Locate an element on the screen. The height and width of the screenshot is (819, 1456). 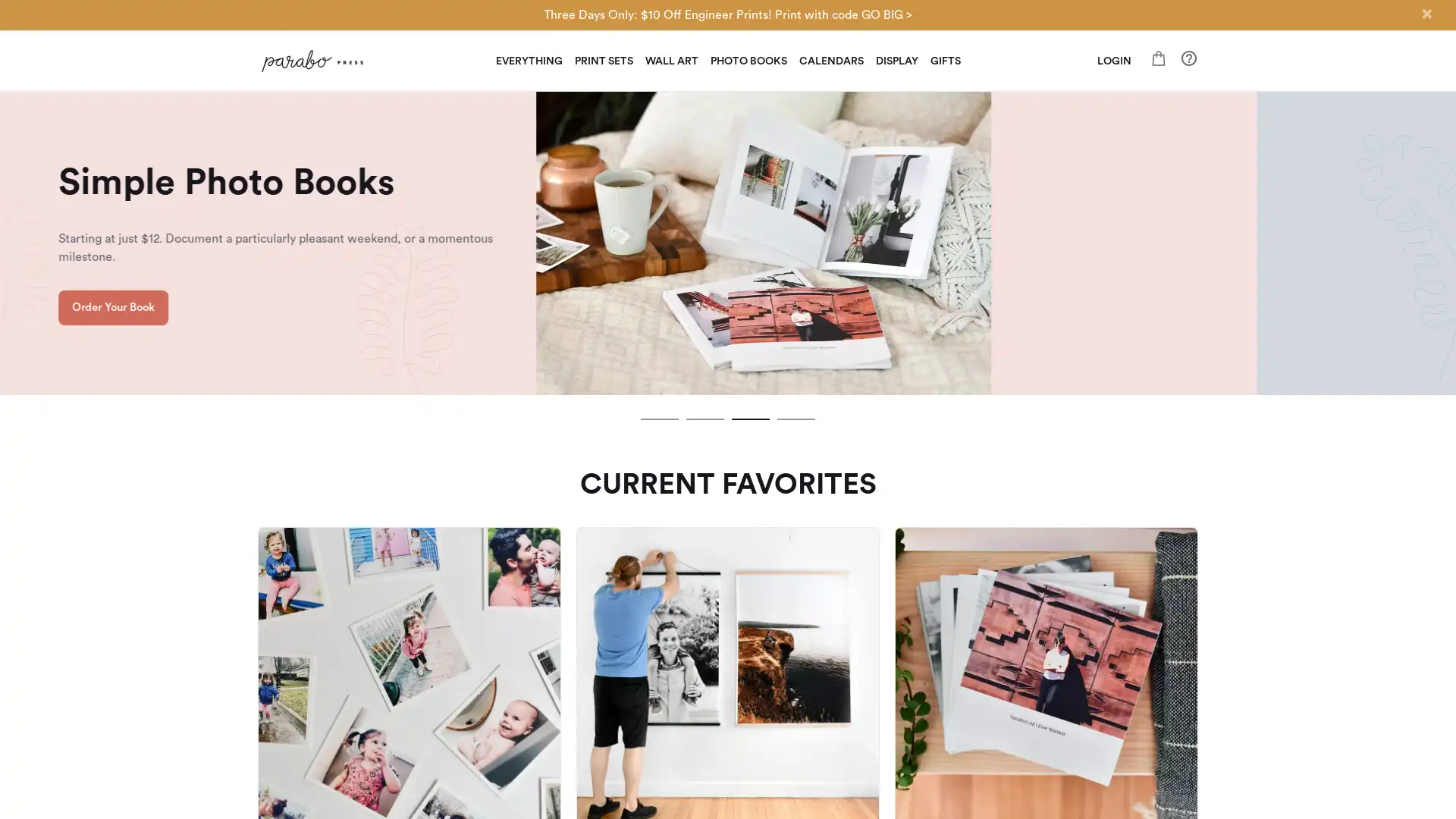
Close is located at coordinates (1426, 14).